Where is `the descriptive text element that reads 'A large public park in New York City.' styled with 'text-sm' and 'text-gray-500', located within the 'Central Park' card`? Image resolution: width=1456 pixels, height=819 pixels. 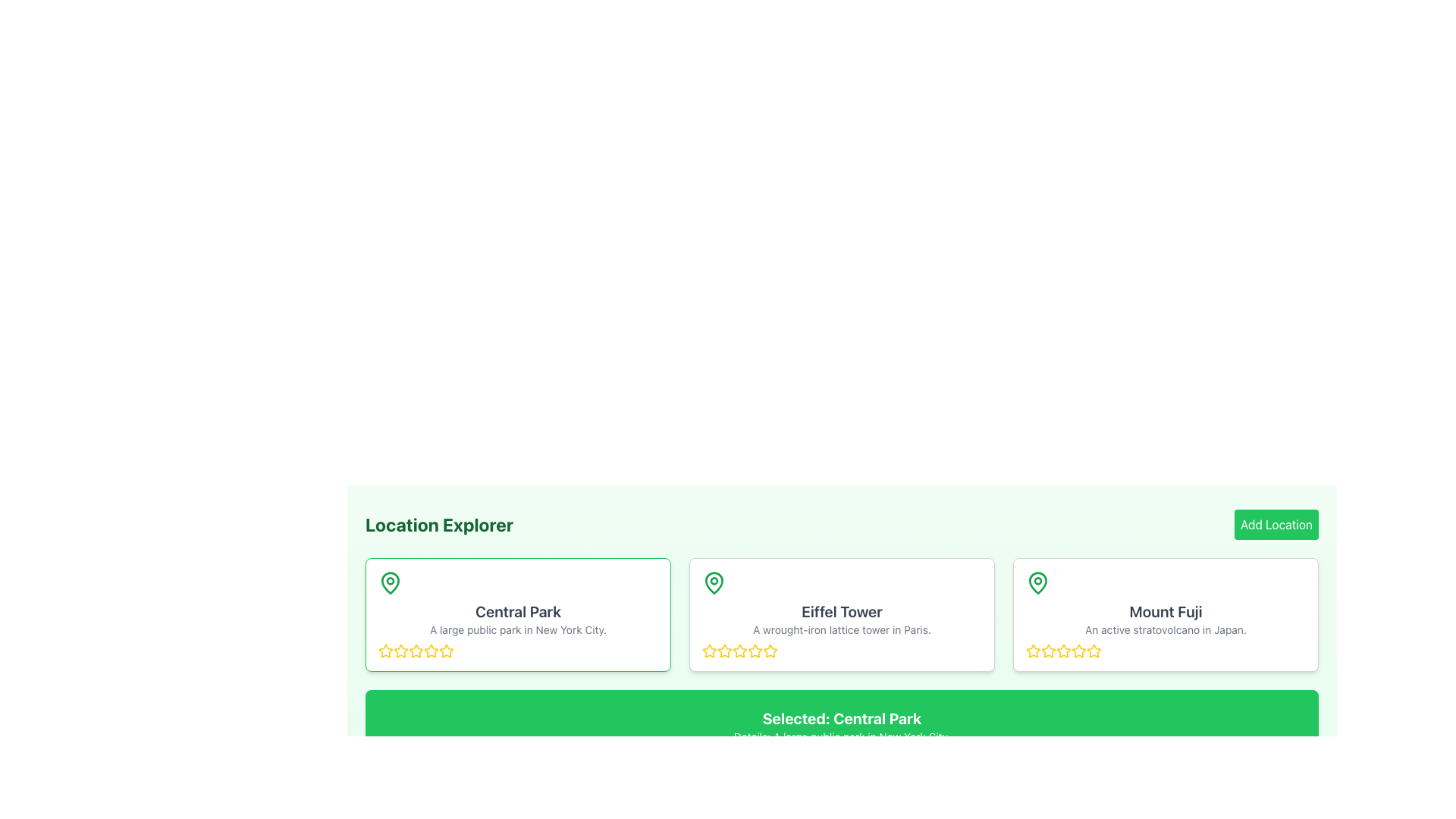
the descriptive text element that reads 'A large public park in New York City.' styled with 'text-sm' and 'text-gray-500', located within the 'Central Park' card is located at coordinates (518, 629).